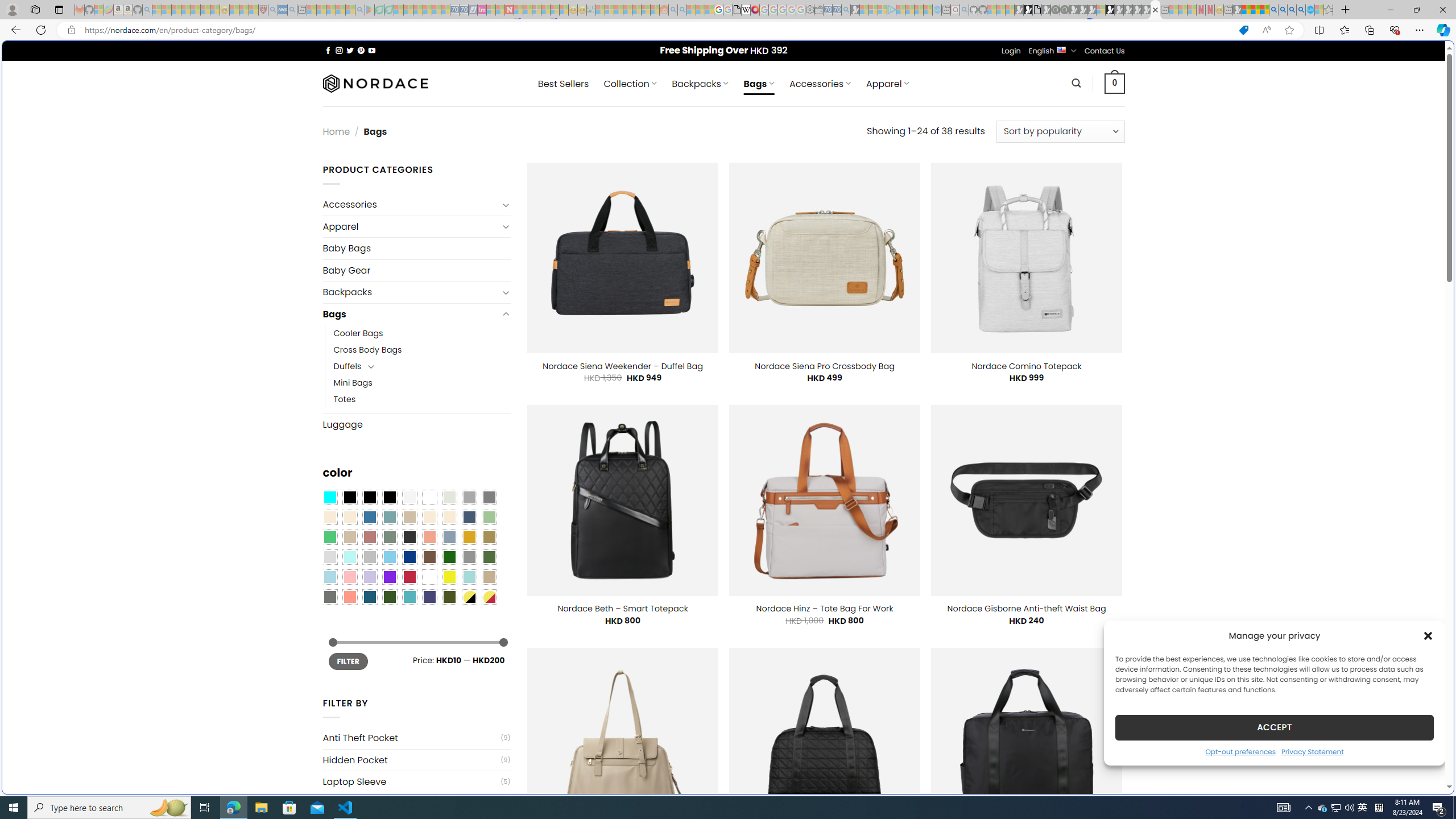  Describe the element at coordinates (429, 517) in the screenshot. I see `'Caramel'` at that location.